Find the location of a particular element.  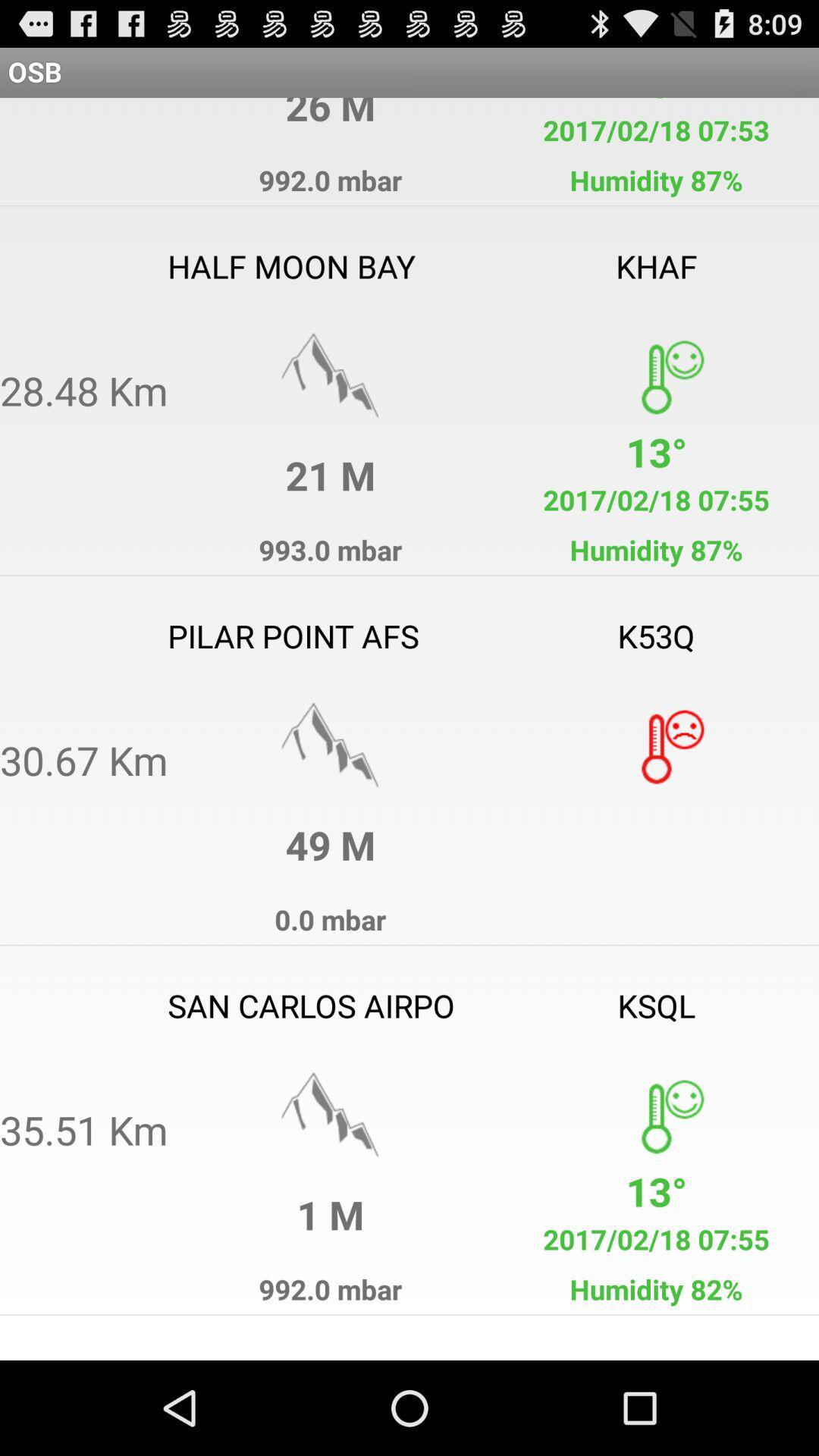

the icon which is in the red color is located at coordinates (654, 745).